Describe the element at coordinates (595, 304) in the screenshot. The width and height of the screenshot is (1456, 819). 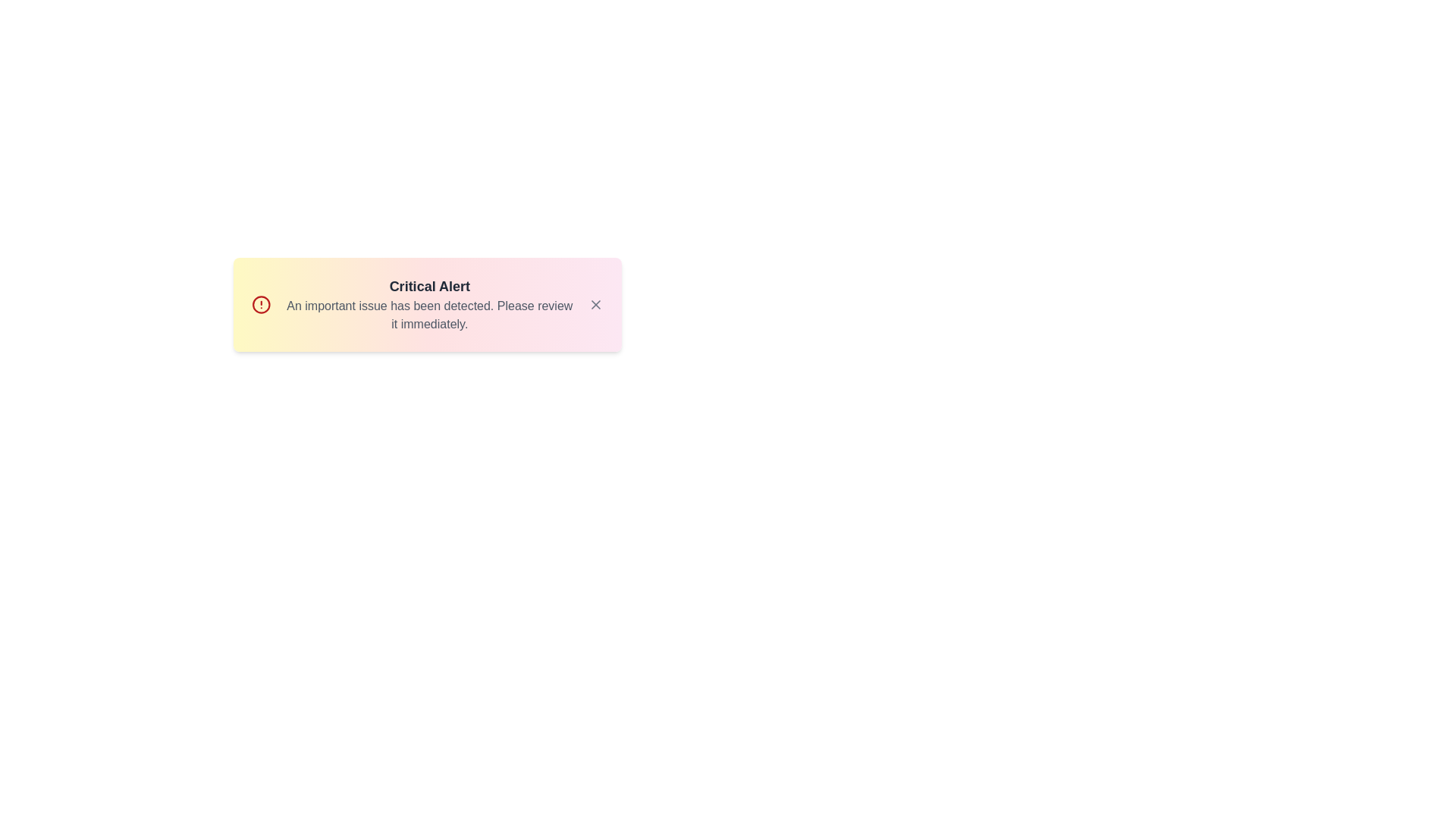
I see `the close icon ('X') located at the top-right of the 'Critical Alert' notification banner` at that location.